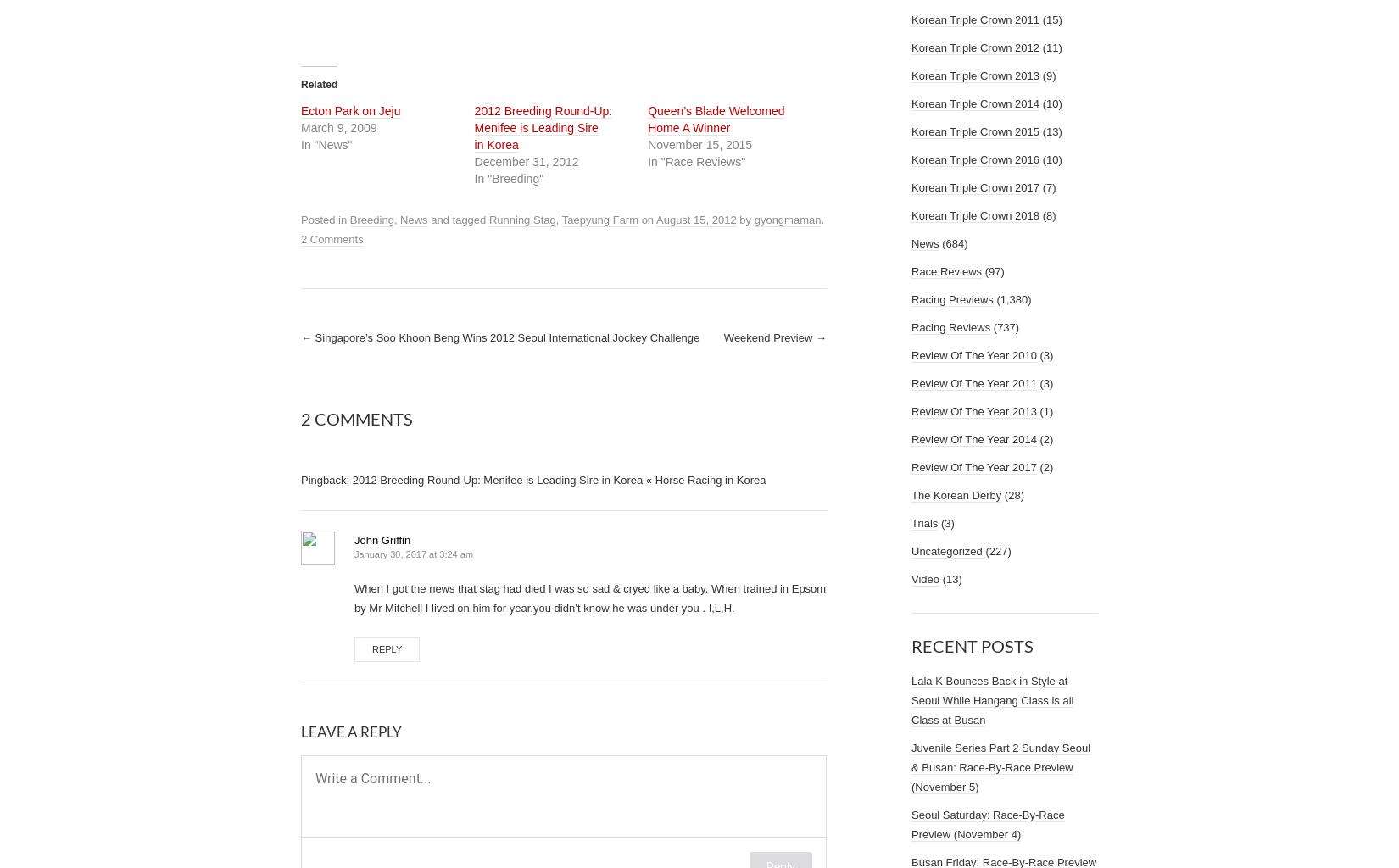 The height and width of the screenshot is (868, 1399). I want to click on 'Lala K Bounces Back in Style at Seoul While Hangang Class is all Class at Busan', so click(992, 699).